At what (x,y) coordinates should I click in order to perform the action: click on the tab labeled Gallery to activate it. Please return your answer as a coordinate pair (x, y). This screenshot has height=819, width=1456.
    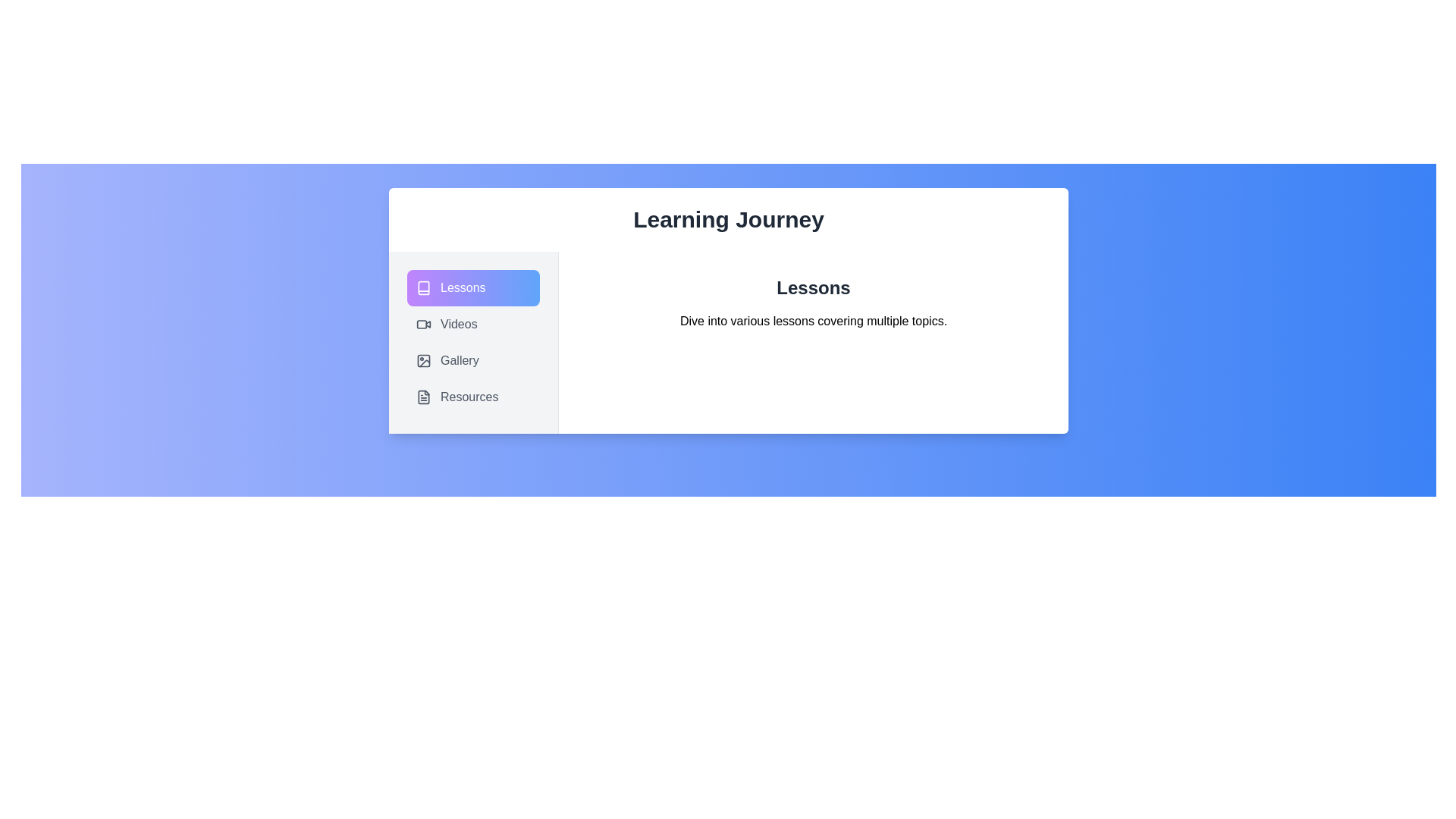
    Looking at the image, I should click on (472, 360).